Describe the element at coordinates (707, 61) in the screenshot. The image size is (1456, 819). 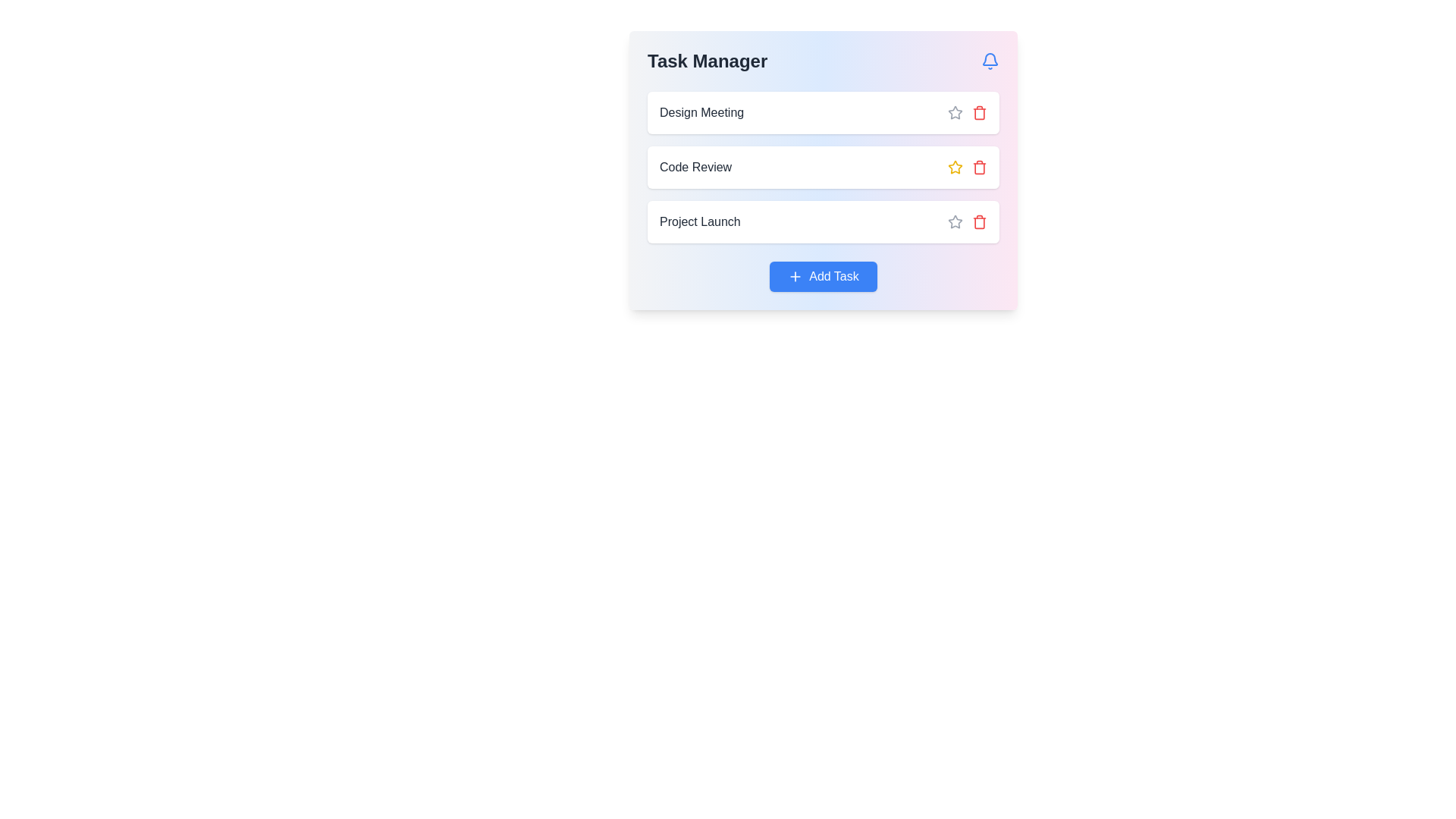
I see `the bold, large-sized text label saying 'Task Manager' in dark gray, located at the top-left of the gradient-colored interface header` at that location.